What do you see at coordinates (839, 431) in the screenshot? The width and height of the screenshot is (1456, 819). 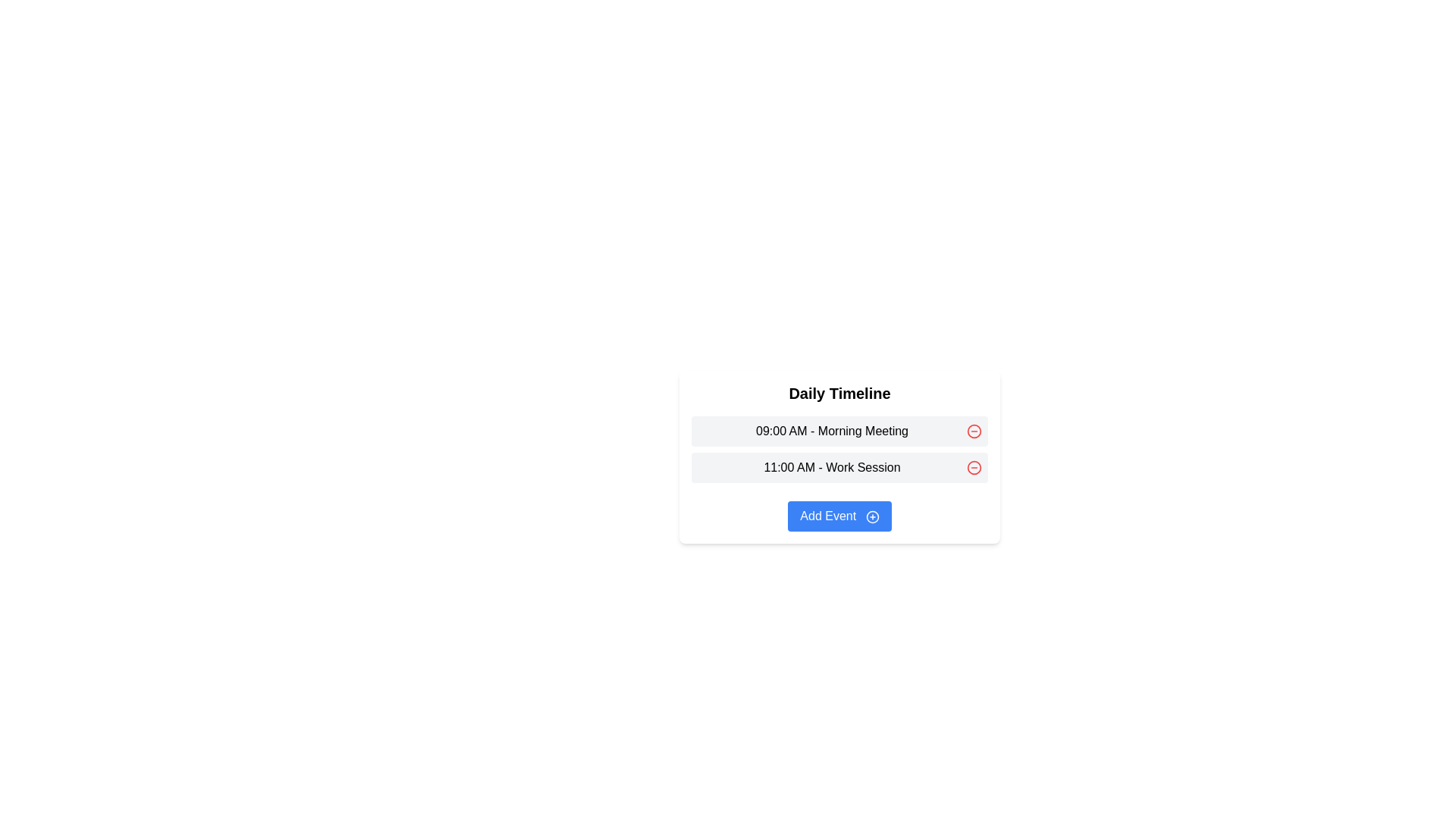 I see `the first scheduled event in the Daily Timeline, which displays the time and name of the event` at bounding box center [839, 431].